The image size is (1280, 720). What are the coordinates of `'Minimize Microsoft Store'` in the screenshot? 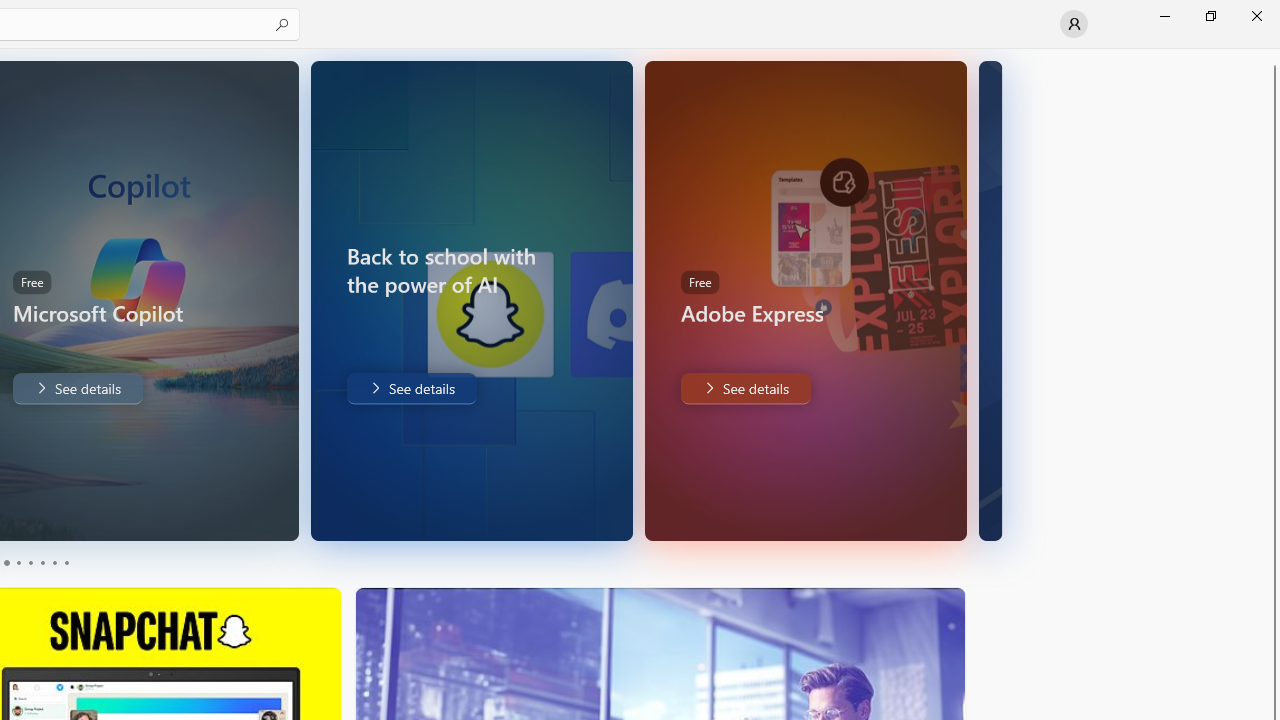 It's located at (1164, 15).